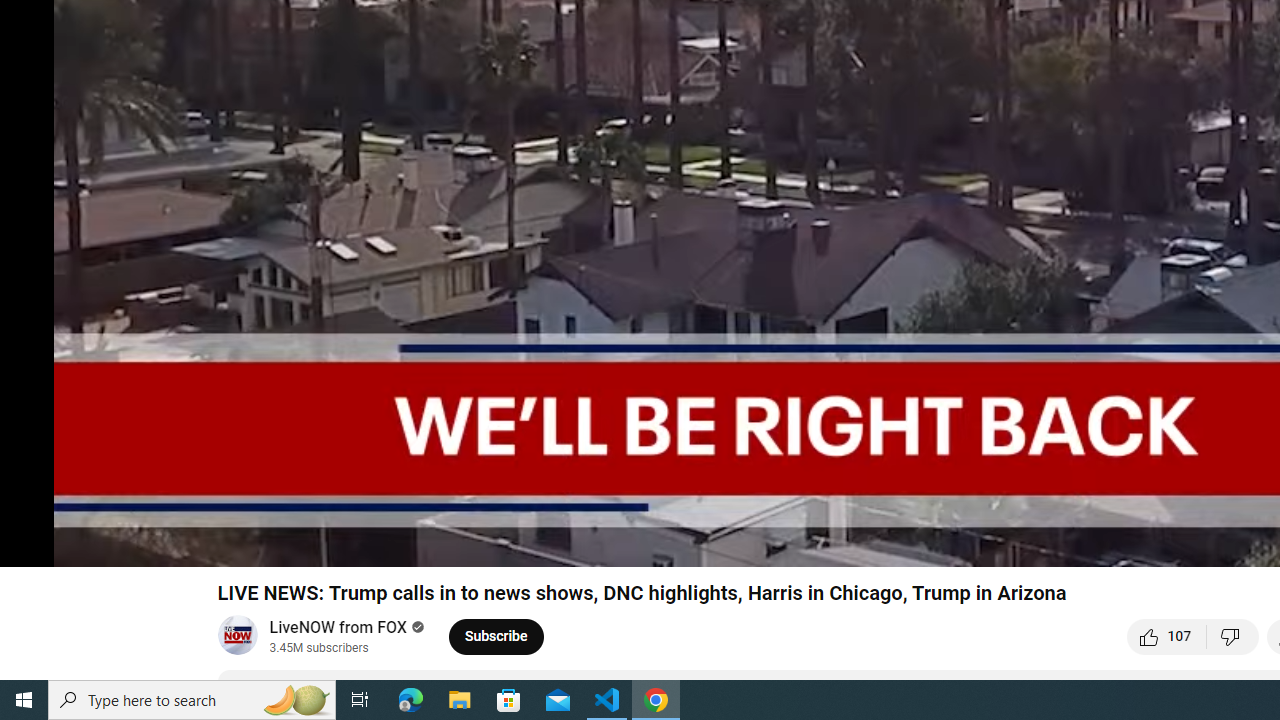 This screenshot has width=1280, height=720. Describe the element at coordinates (414, 626) in the screenshot. I see `'Verified'` at that location.